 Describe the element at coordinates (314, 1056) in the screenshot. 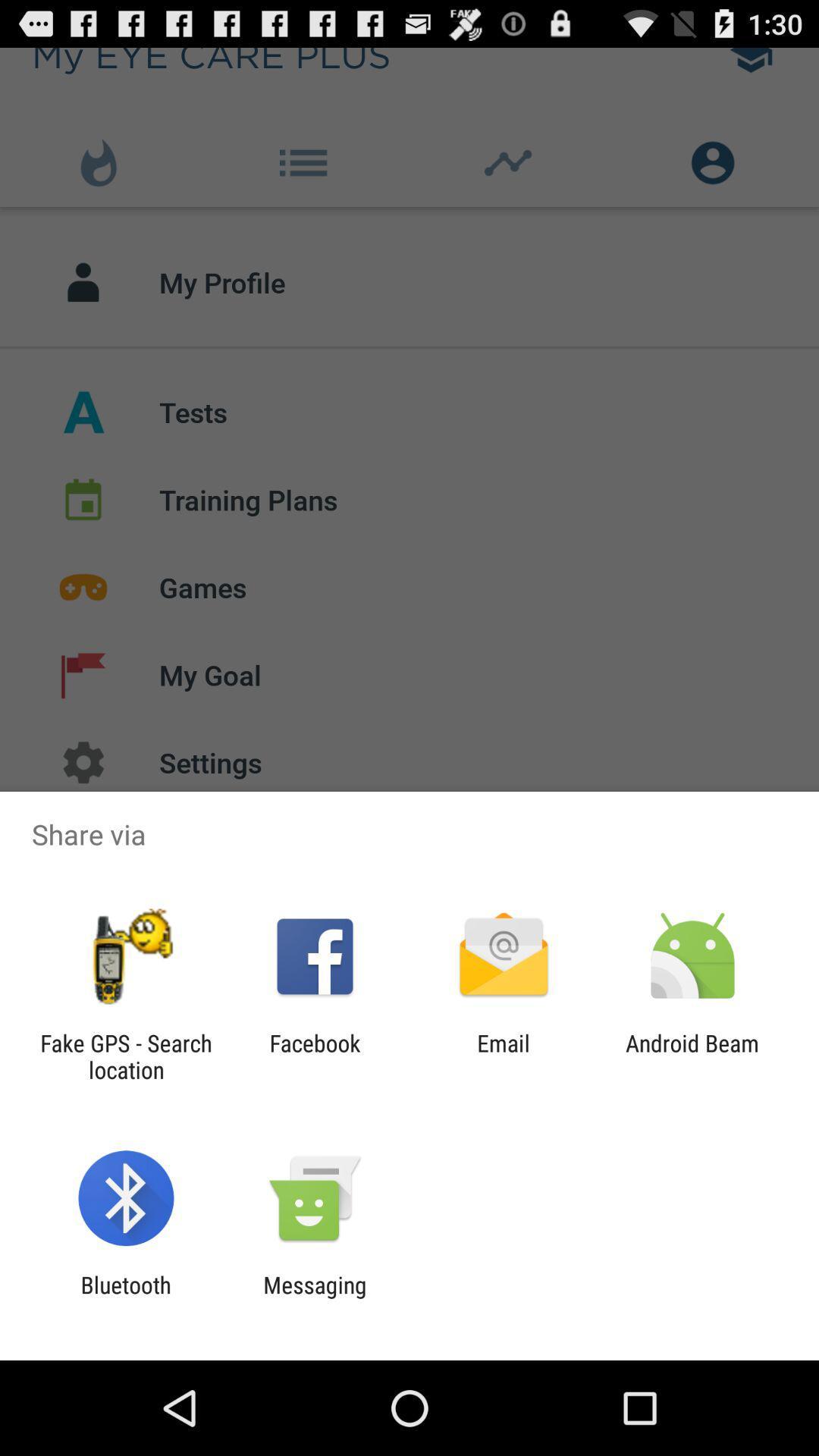

I see `app next to the fake gps search icon` at that location.